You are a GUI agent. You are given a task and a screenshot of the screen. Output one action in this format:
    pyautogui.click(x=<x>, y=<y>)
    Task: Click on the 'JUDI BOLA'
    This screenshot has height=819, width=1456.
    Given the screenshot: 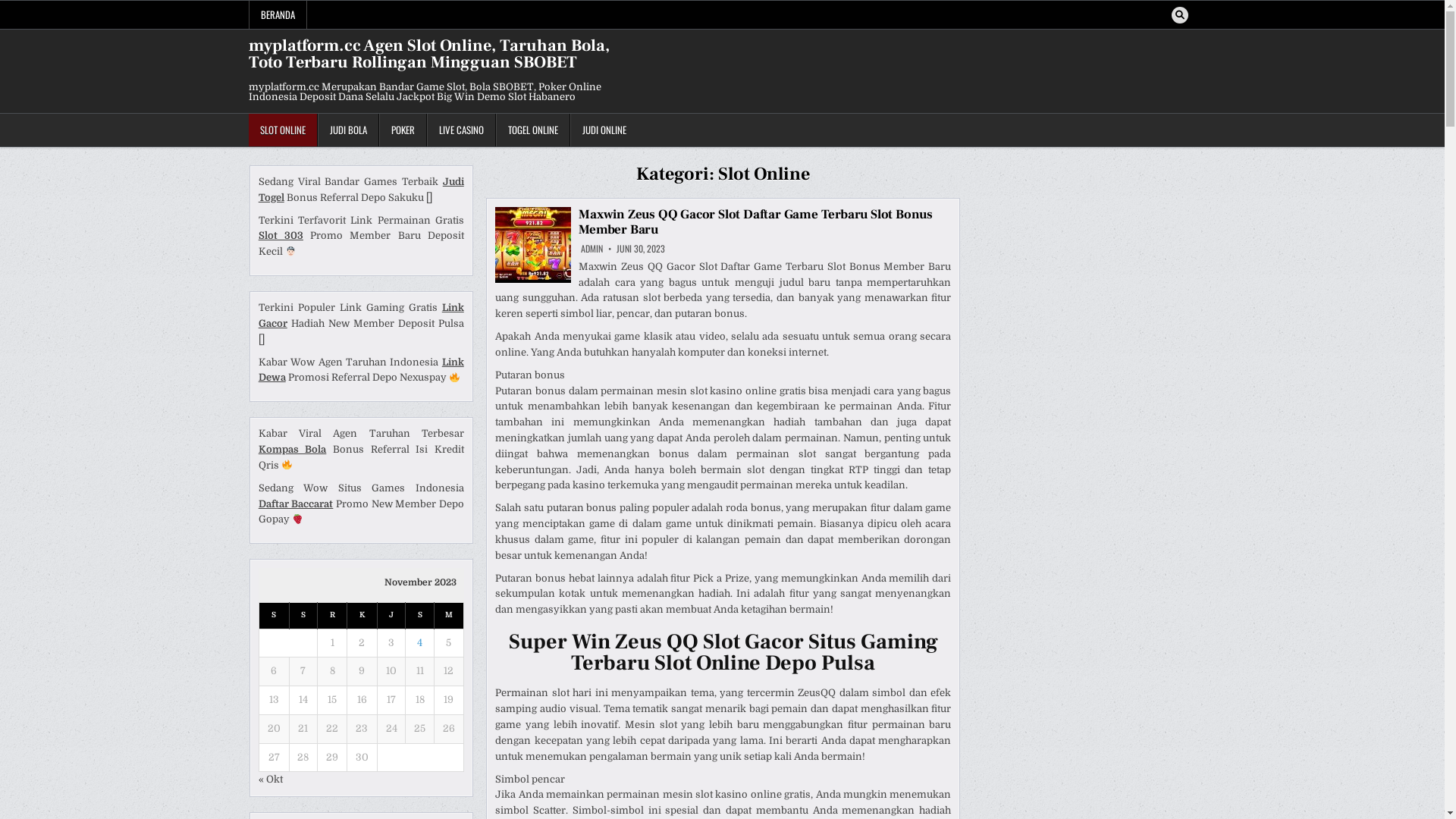 What is the action you would take?
    pyautogui.click(x=315, y=129)
    